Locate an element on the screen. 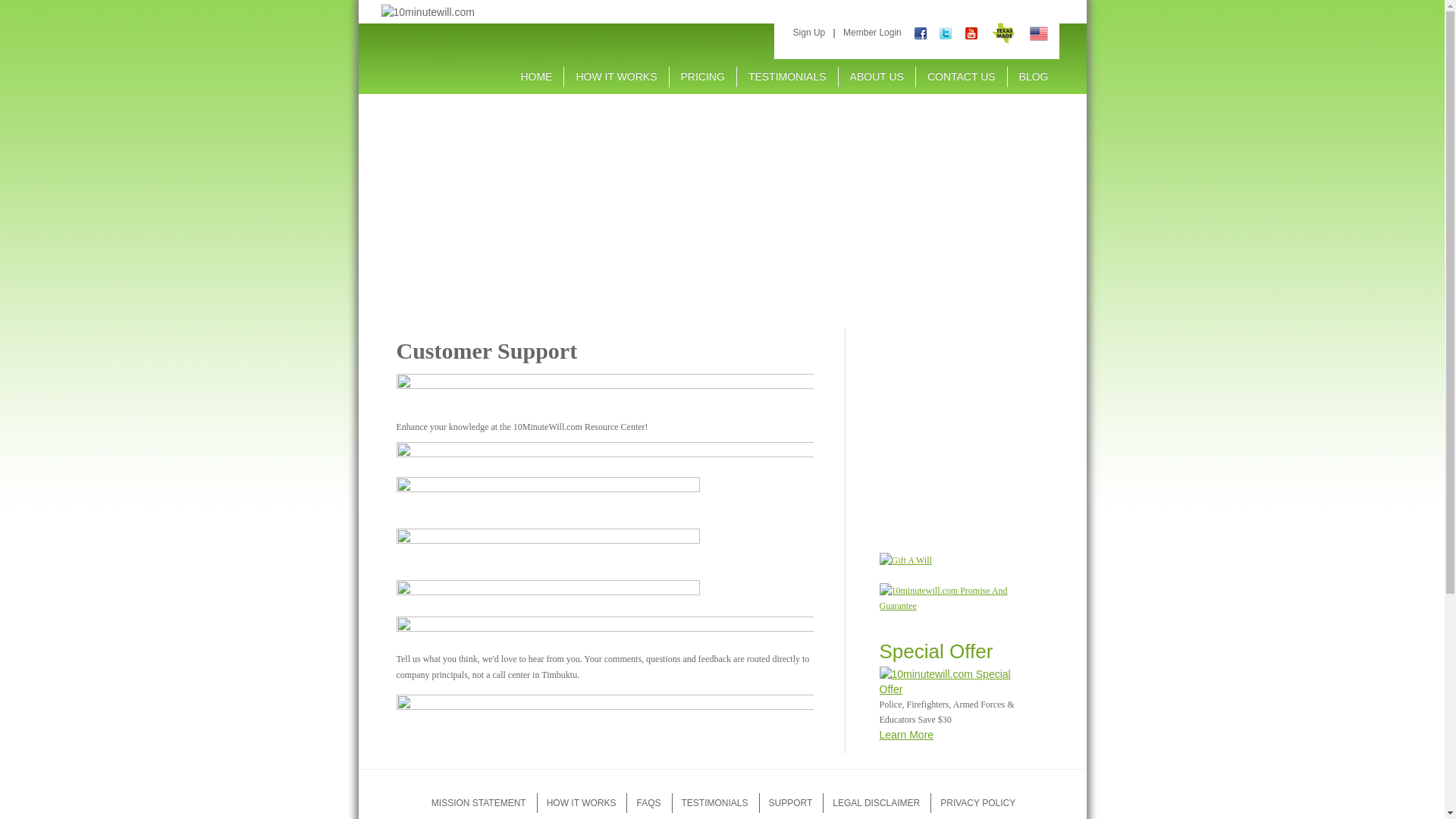  'PRIVACY POLICY' is located at coordinates (977, 802).